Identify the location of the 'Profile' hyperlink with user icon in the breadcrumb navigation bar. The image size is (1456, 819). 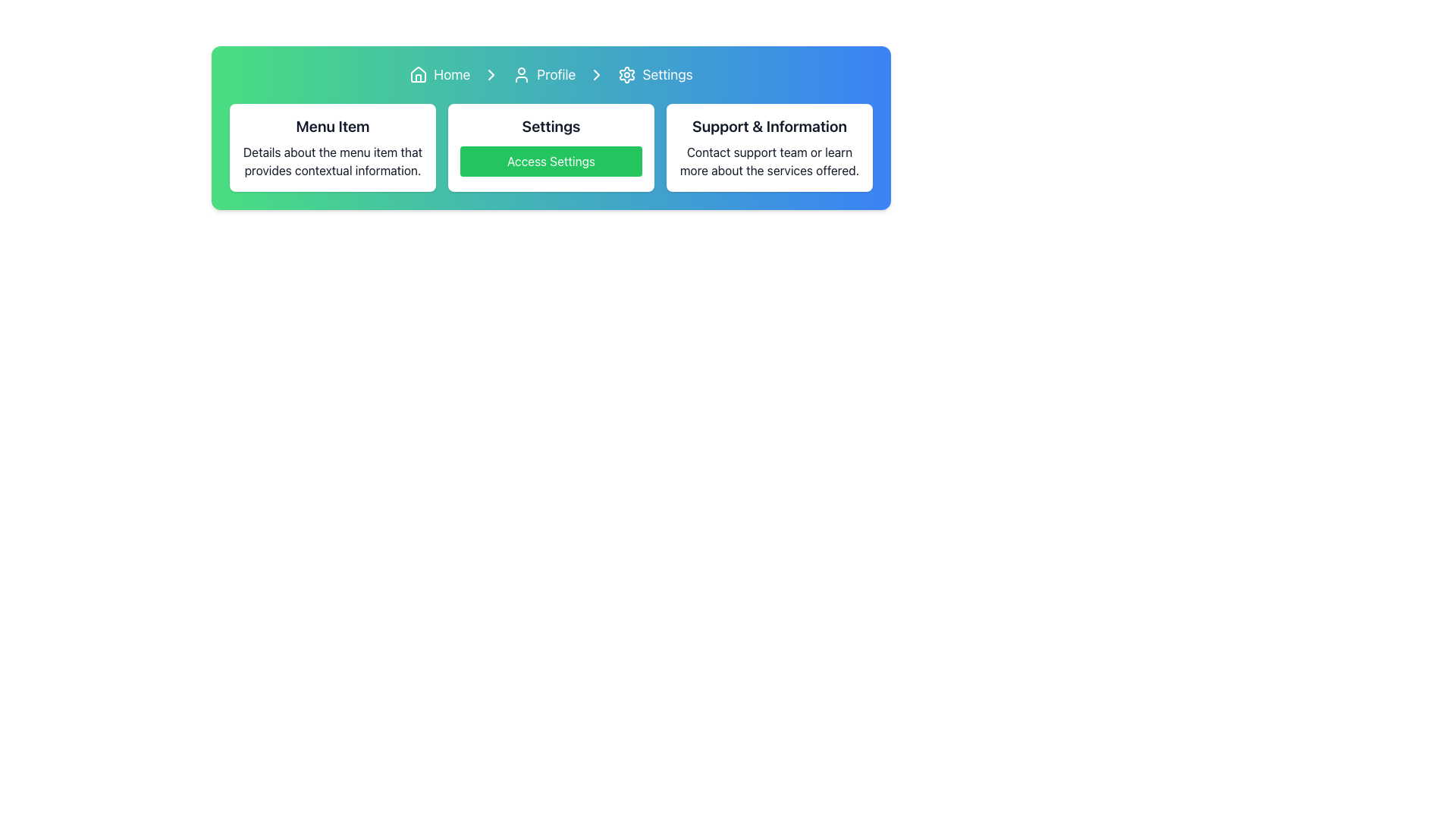
(544, 75).